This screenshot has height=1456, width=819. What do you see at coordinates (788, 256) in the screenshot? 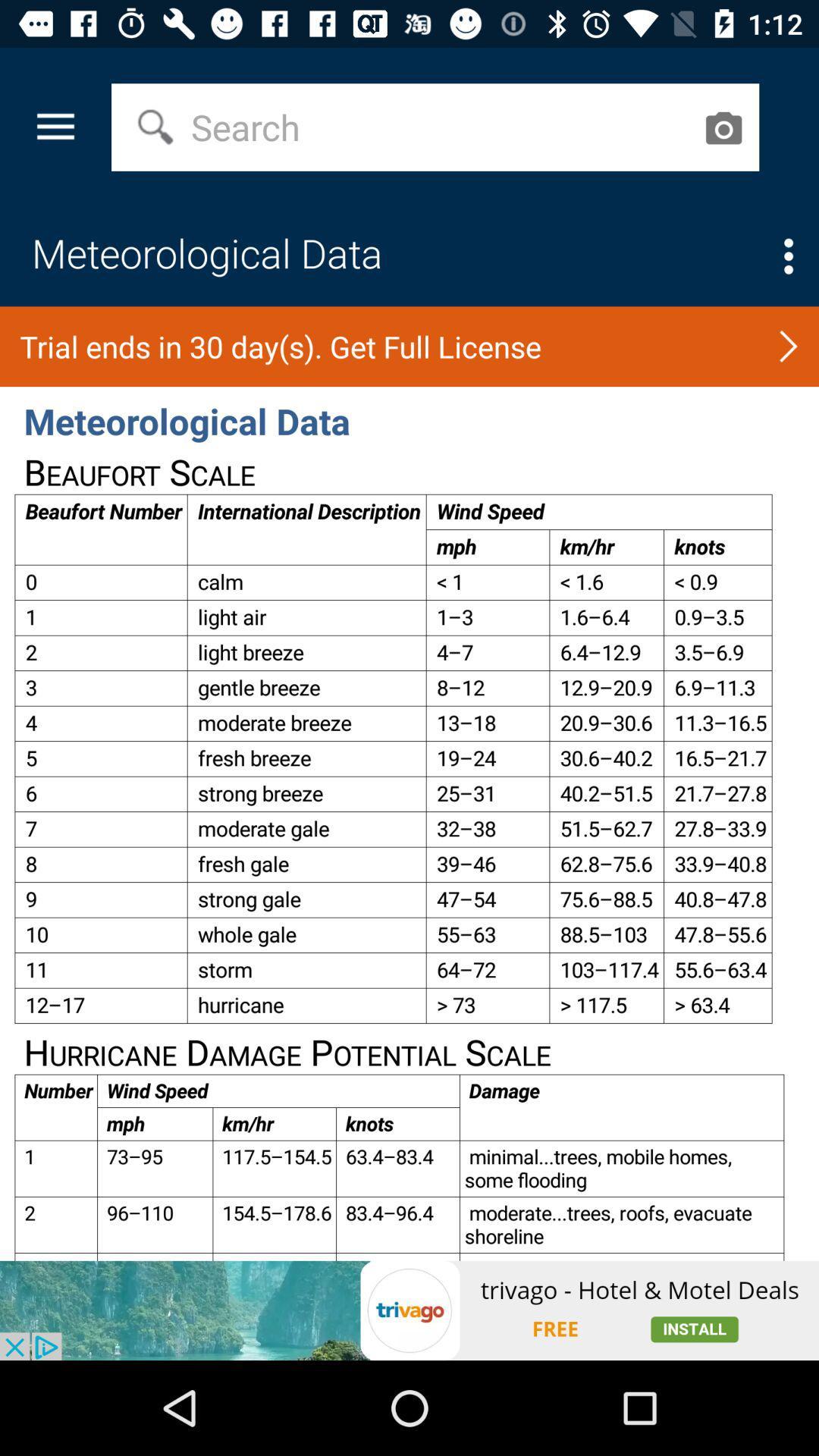
I see `menu` at bounding box center [788, 256].